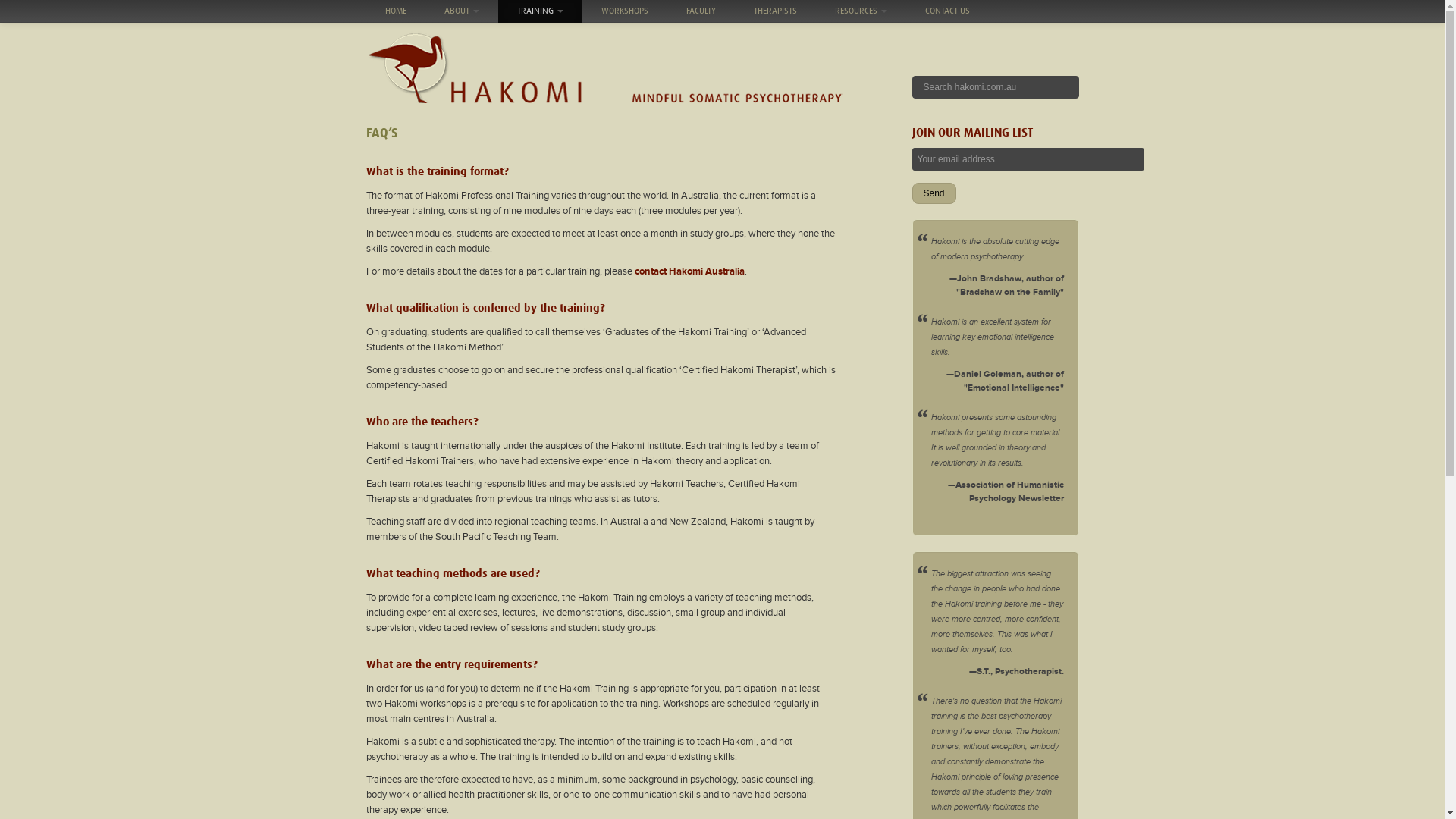 The image size is (1456, 819). What do you see at coordinates (932, 192) in the screenshot?
I see `'Send'` at bounding box center [932, 192].